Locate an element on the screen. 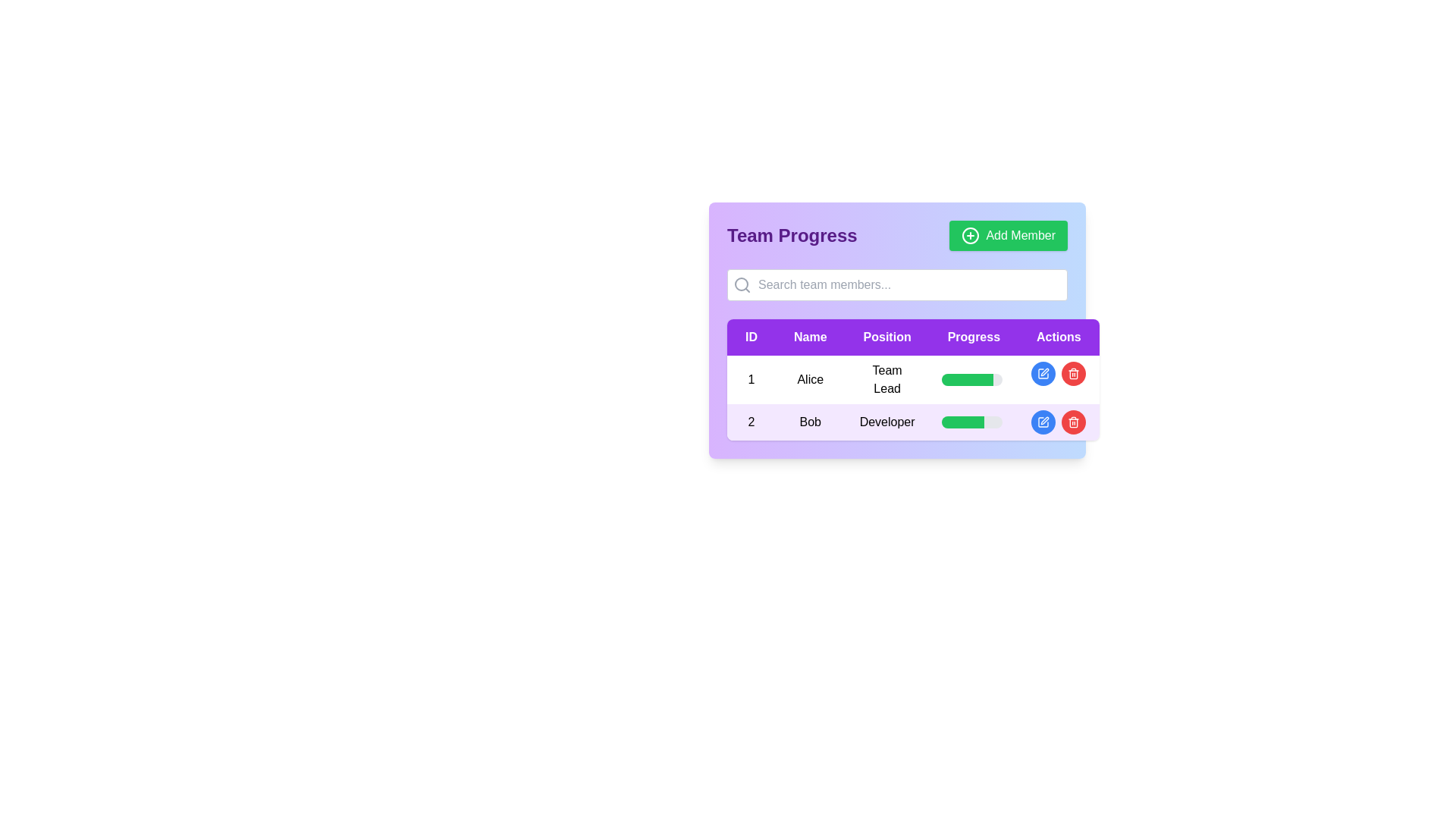 This screenshot has height=819, width=1456. the 'Progress' column header in the table, which is located between the 'Position' and 'Actions' headers is located at coordinates (974, 336).